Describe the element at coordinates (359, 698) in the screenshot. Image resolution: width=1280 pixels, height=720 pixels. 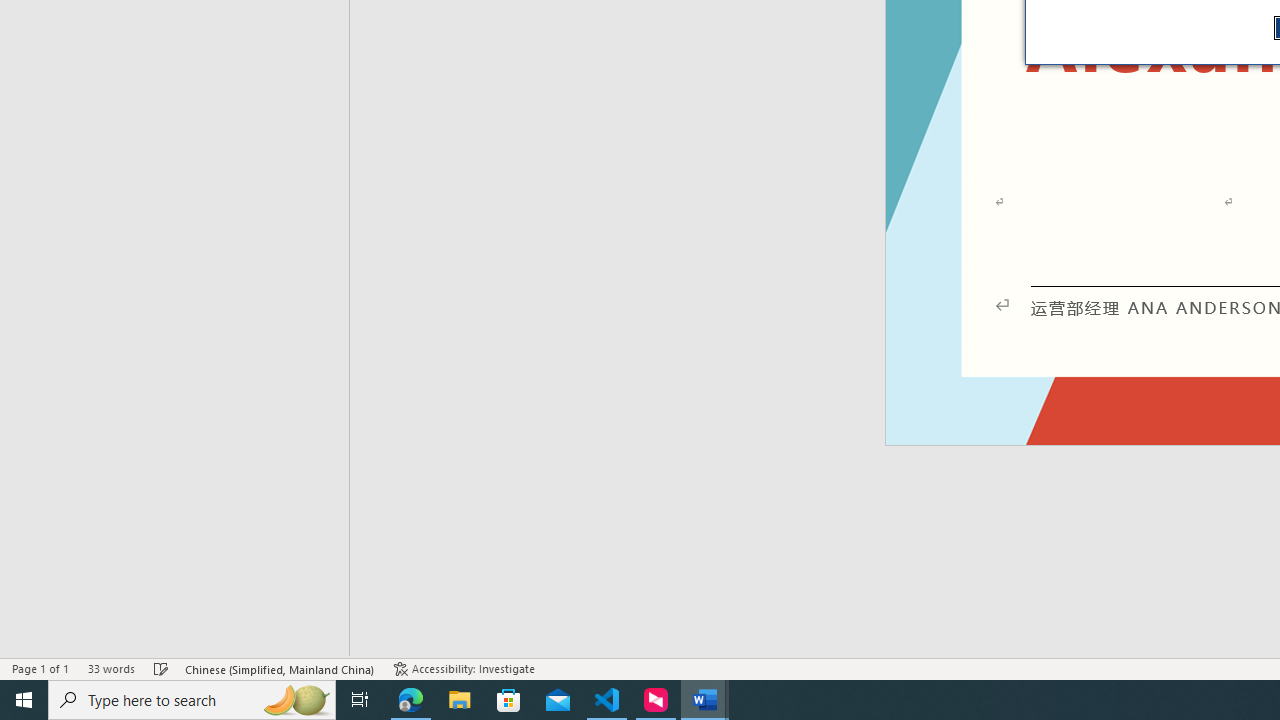
I see `'Task View'` at that location.